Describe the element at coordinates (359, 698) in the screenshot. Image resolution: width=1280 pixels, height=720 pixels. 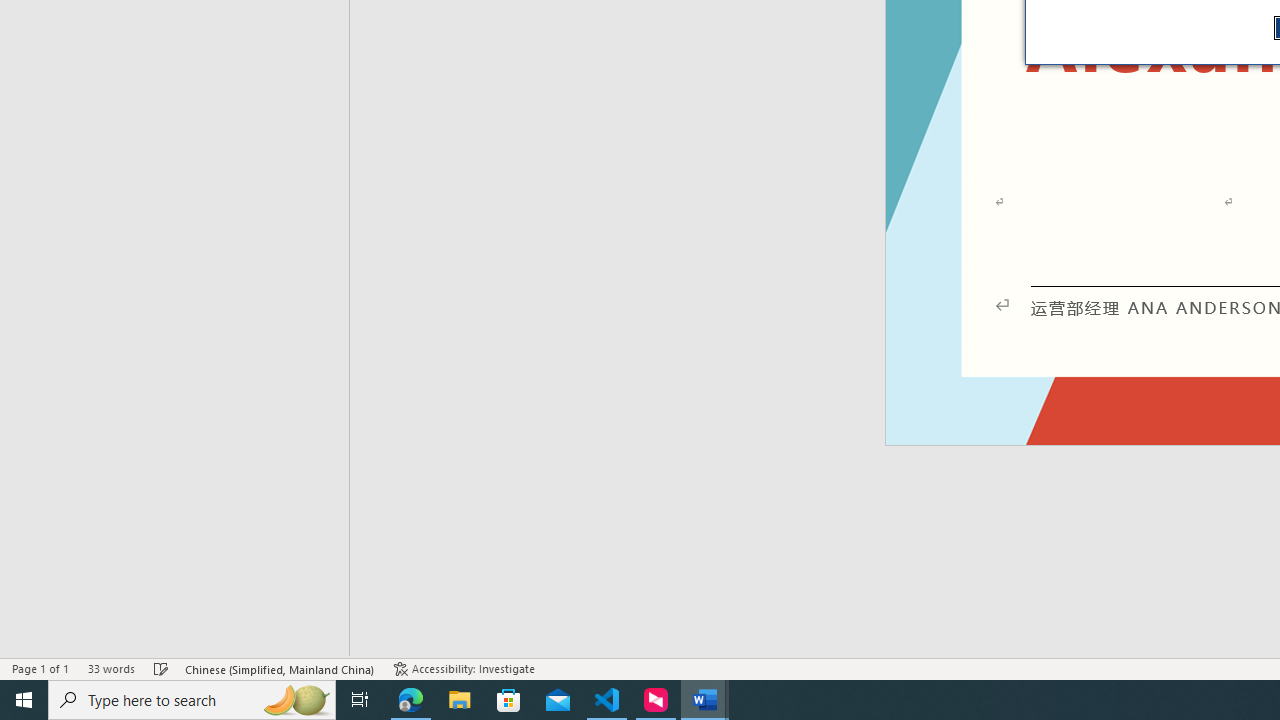
I see `'Task View'` at that location.